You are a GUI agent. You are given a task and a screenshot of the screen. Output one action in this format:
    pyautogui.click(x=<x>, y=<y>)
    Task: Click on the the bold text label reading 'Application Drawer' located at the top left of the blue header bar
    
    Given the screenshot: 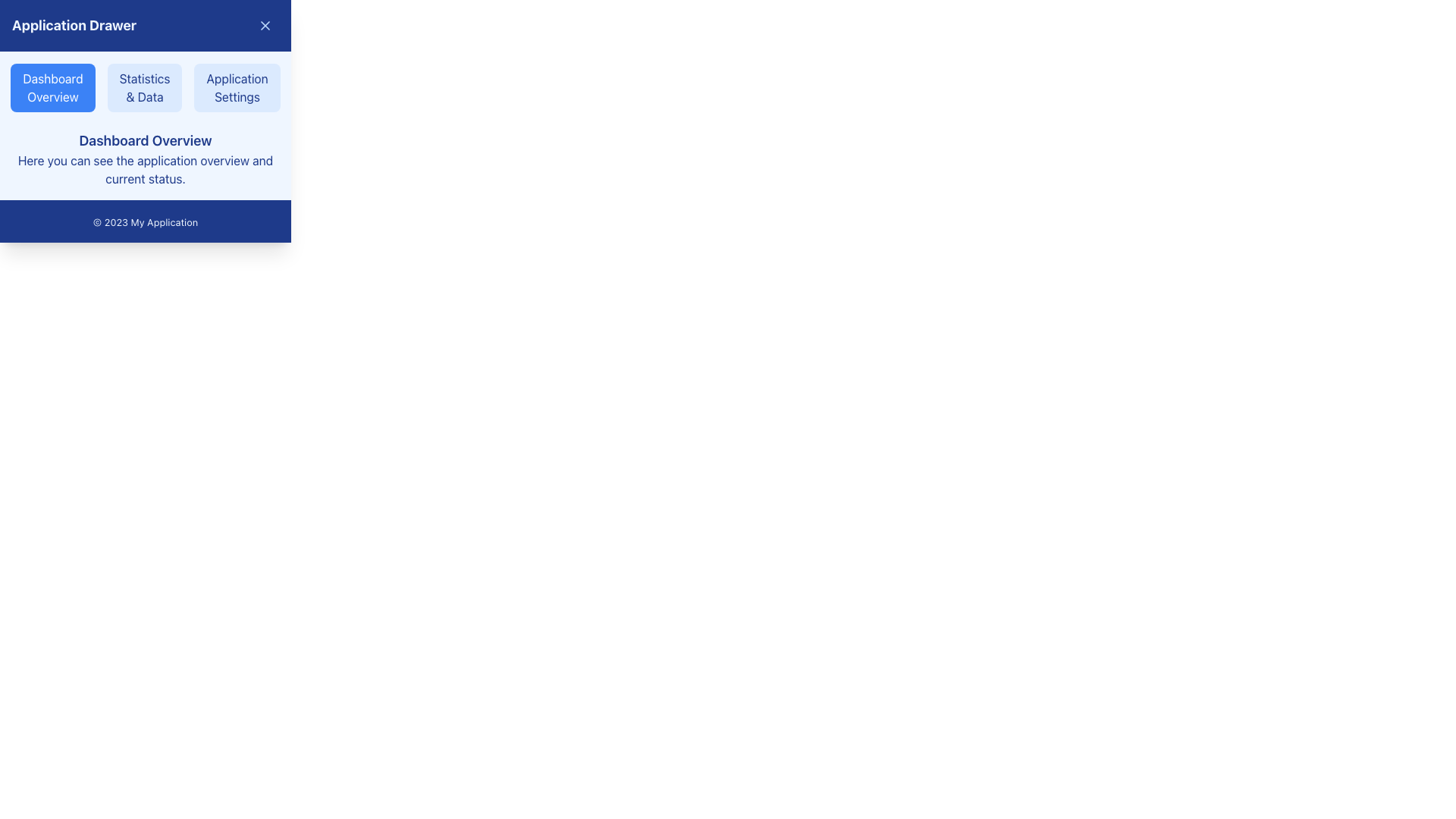 What is the action you would take?
    pyautogui.click(x=74, y=26)
    